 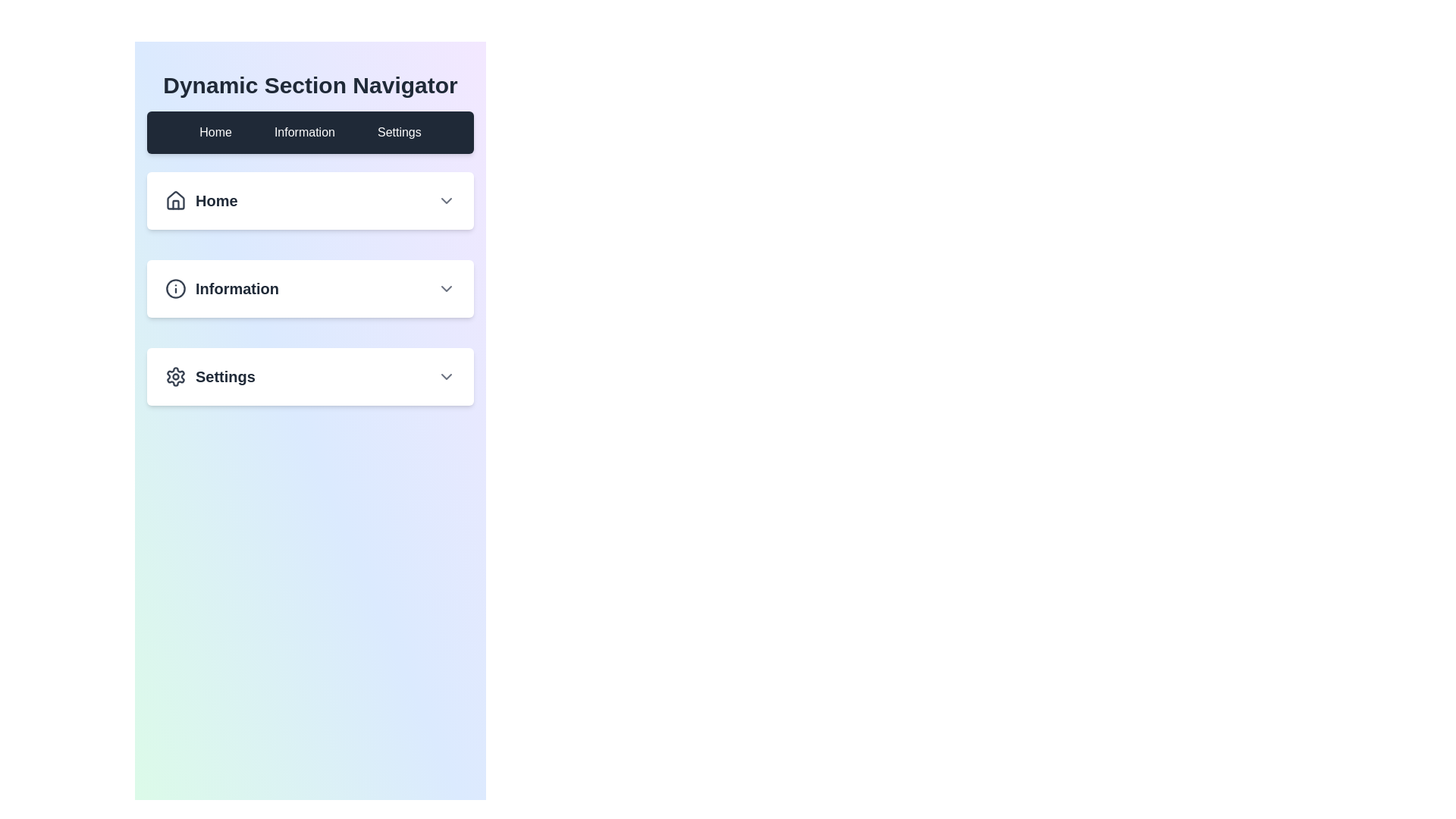 What do you see at coordinates (309, 289) in the screenshot?
I see `the dropdown toggle located between the 'Home' and 'Settings' sections in the Dynamic Section Navigator` at bounding box center [309, 289].